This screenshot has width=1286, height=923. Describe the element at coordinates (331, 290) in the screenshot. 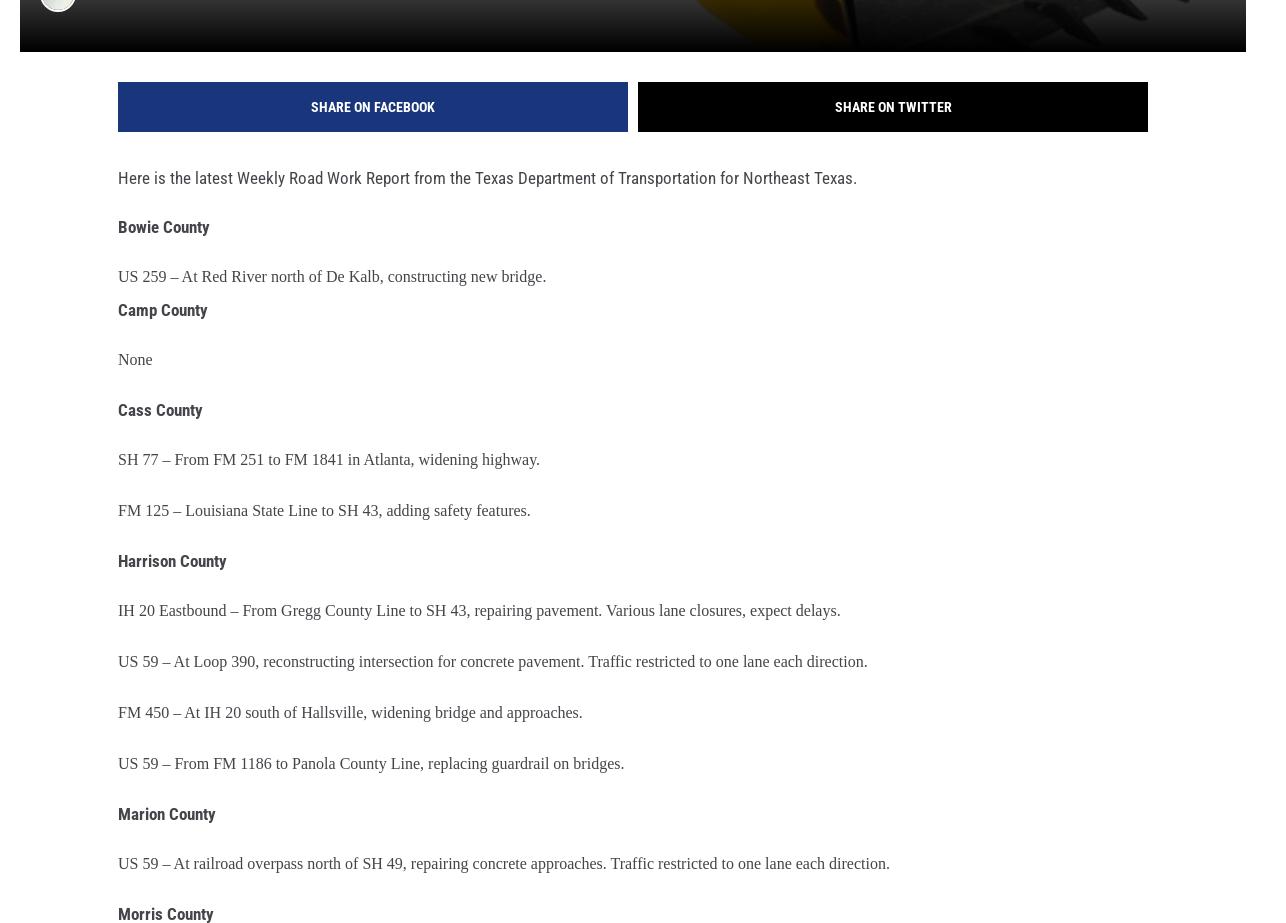

I see `'US 259 – At Red River north of De Kalb, constructing new bridge.'` at that location.